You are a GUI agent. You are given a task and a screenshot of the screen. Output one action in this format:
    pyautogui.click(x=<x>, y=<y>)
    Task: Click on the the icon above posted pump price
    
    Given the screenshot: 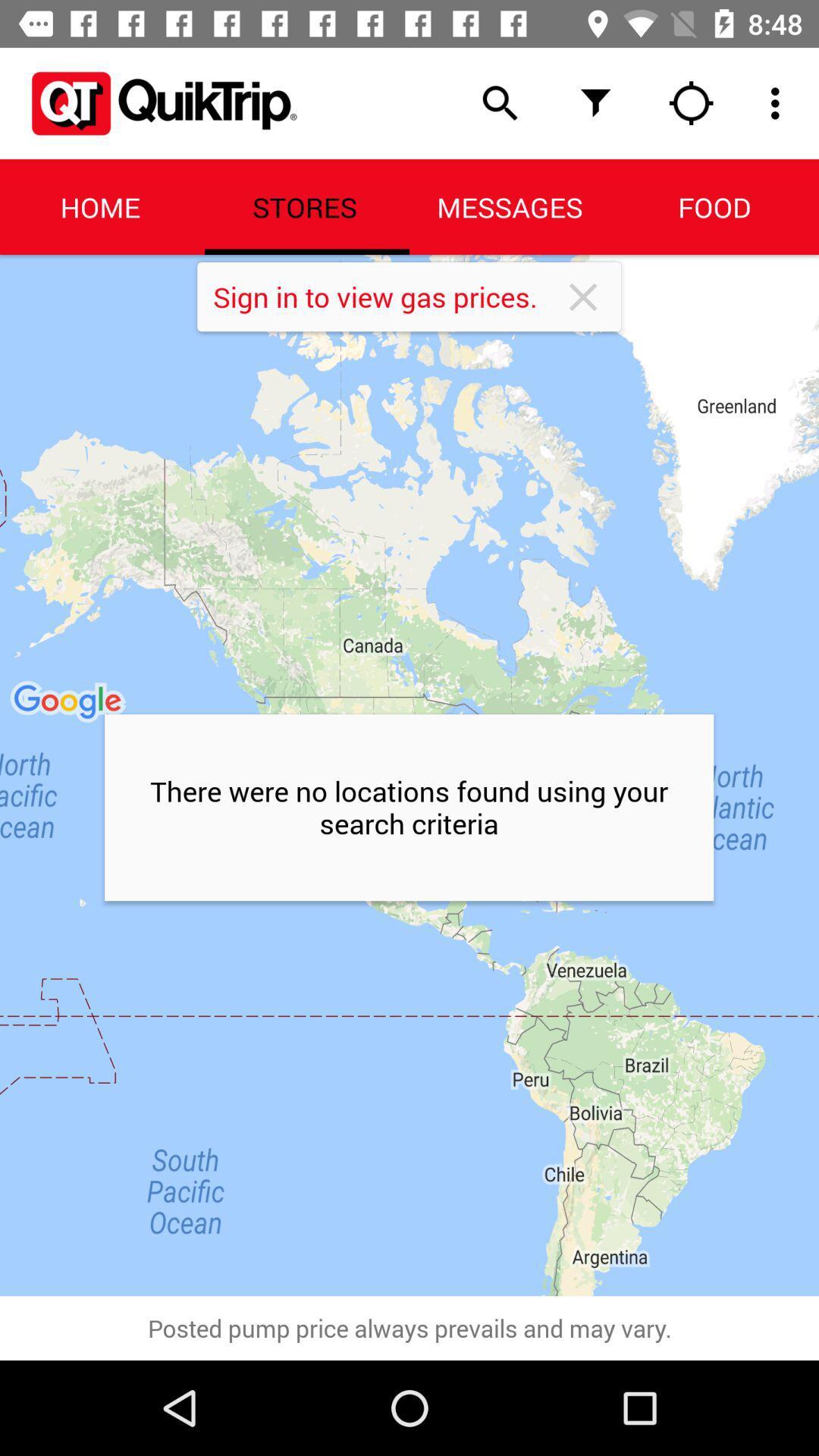 What is the action you would take?
    pyautogui.click(x=409, y=775)
    